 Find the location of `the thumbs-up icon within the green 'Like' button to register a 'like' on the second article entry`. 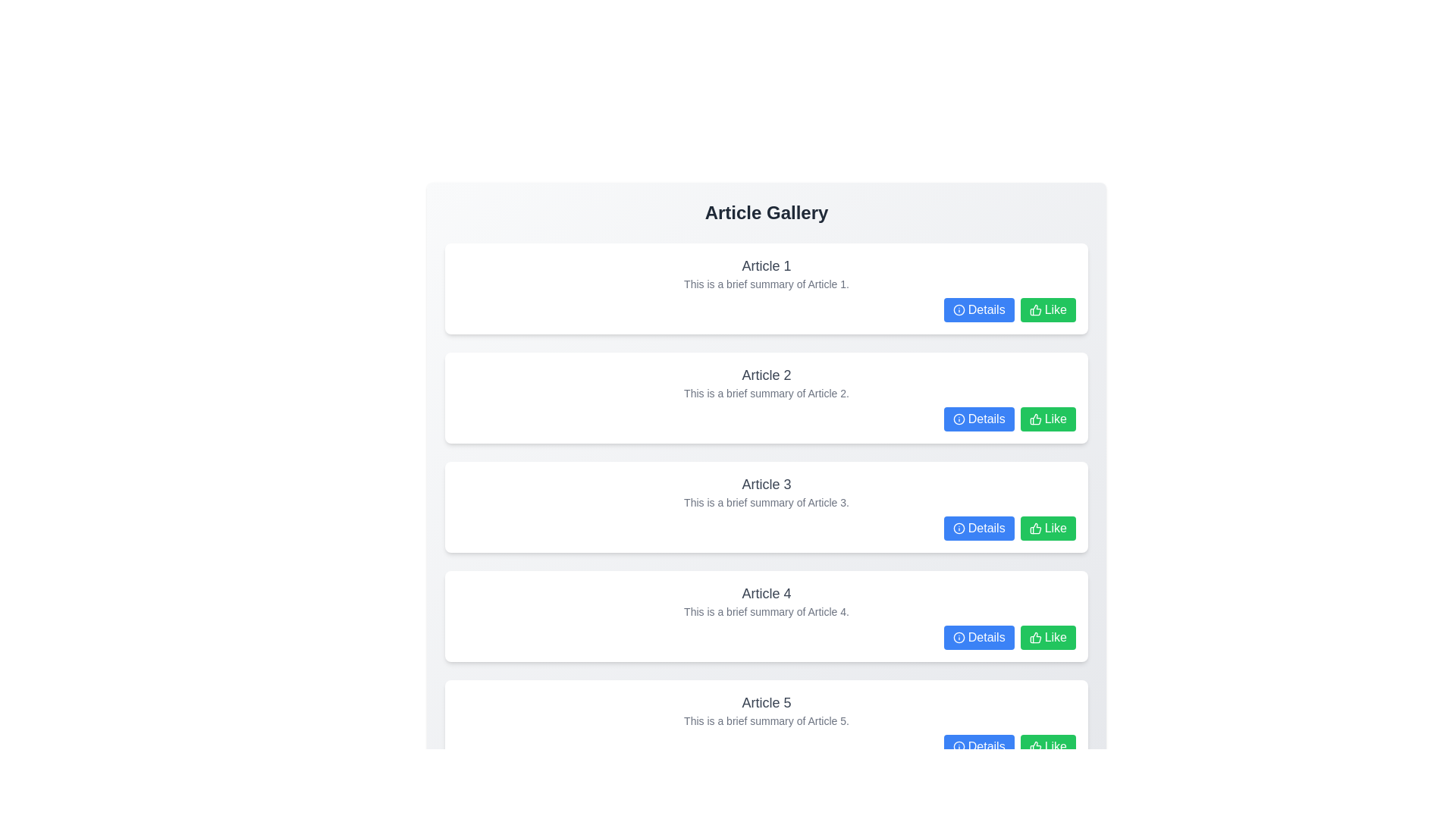

the thumbs-up icon within the green 'Like' button to register a 'like' on the second article entry is located at coordinates (1034, 419).